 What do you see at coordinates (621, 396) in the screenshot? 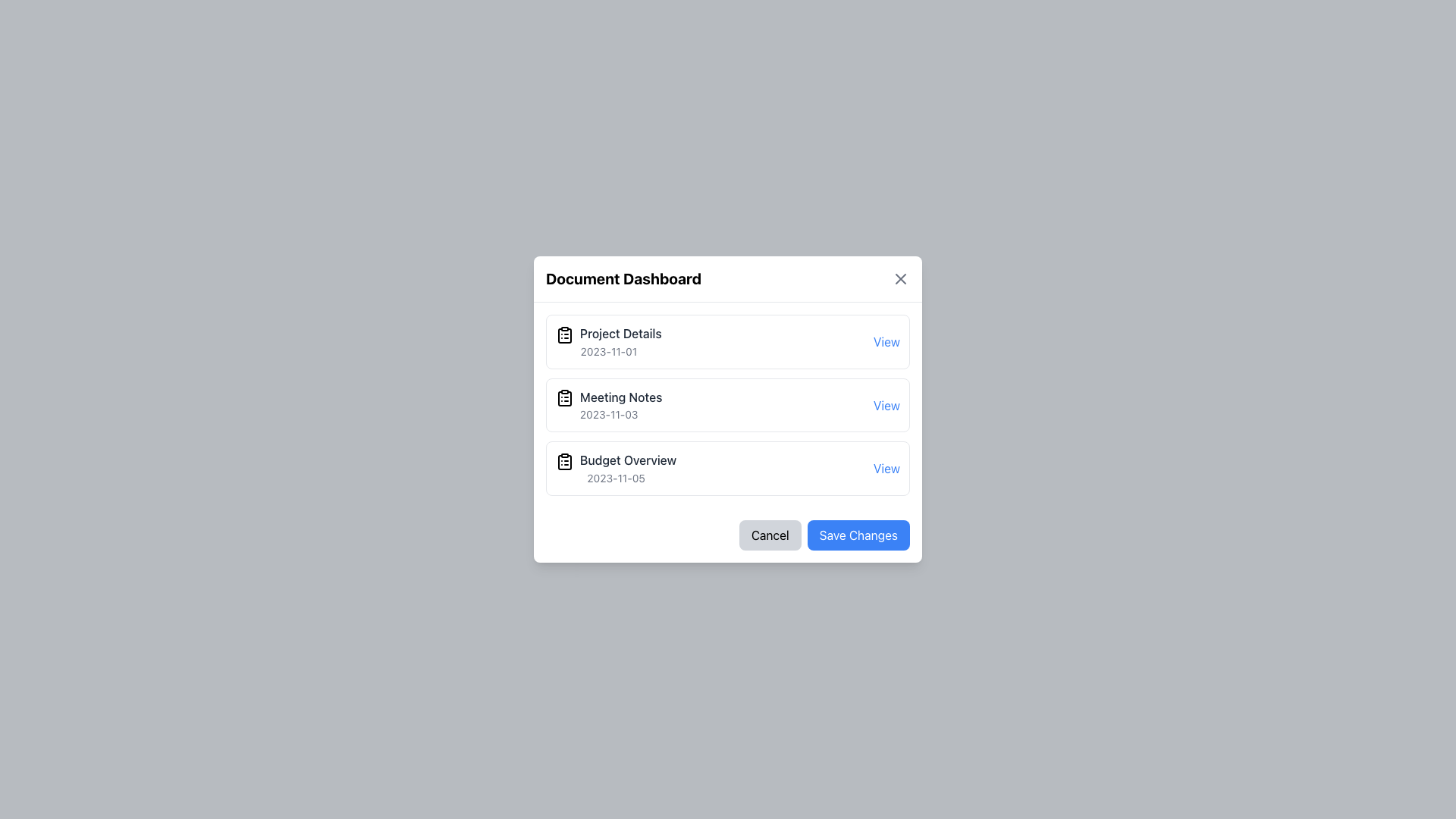
I see `label that describes a list item related to meeting notes, located as the second item in the Document Dashboard pop-up, below the Project Details text` at bounding box center [621, 396].